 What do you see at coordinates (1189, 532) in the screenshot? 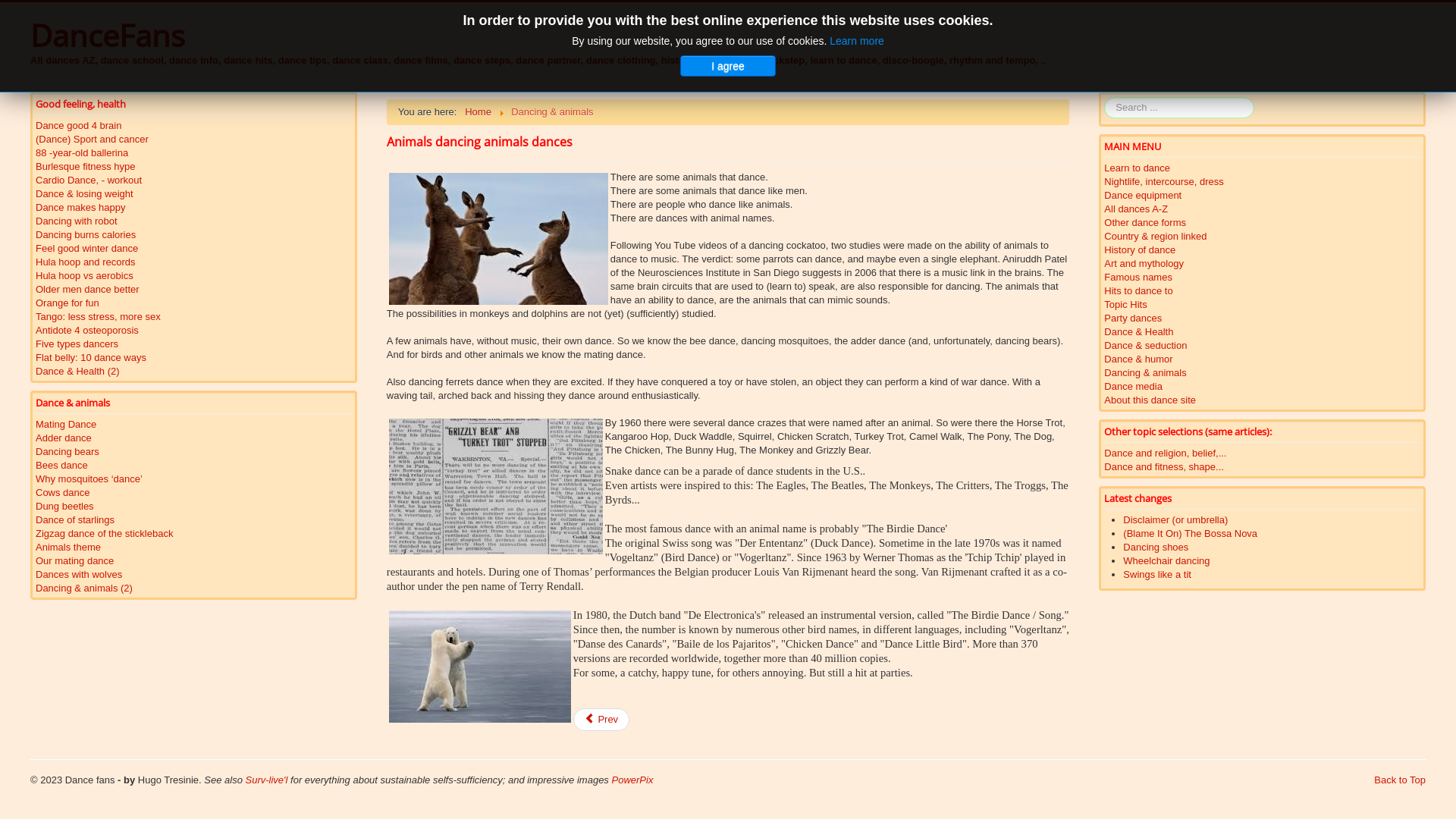
I see `'(Blame It On) The Bossa Nova'` at bounding box center [1189, 532].